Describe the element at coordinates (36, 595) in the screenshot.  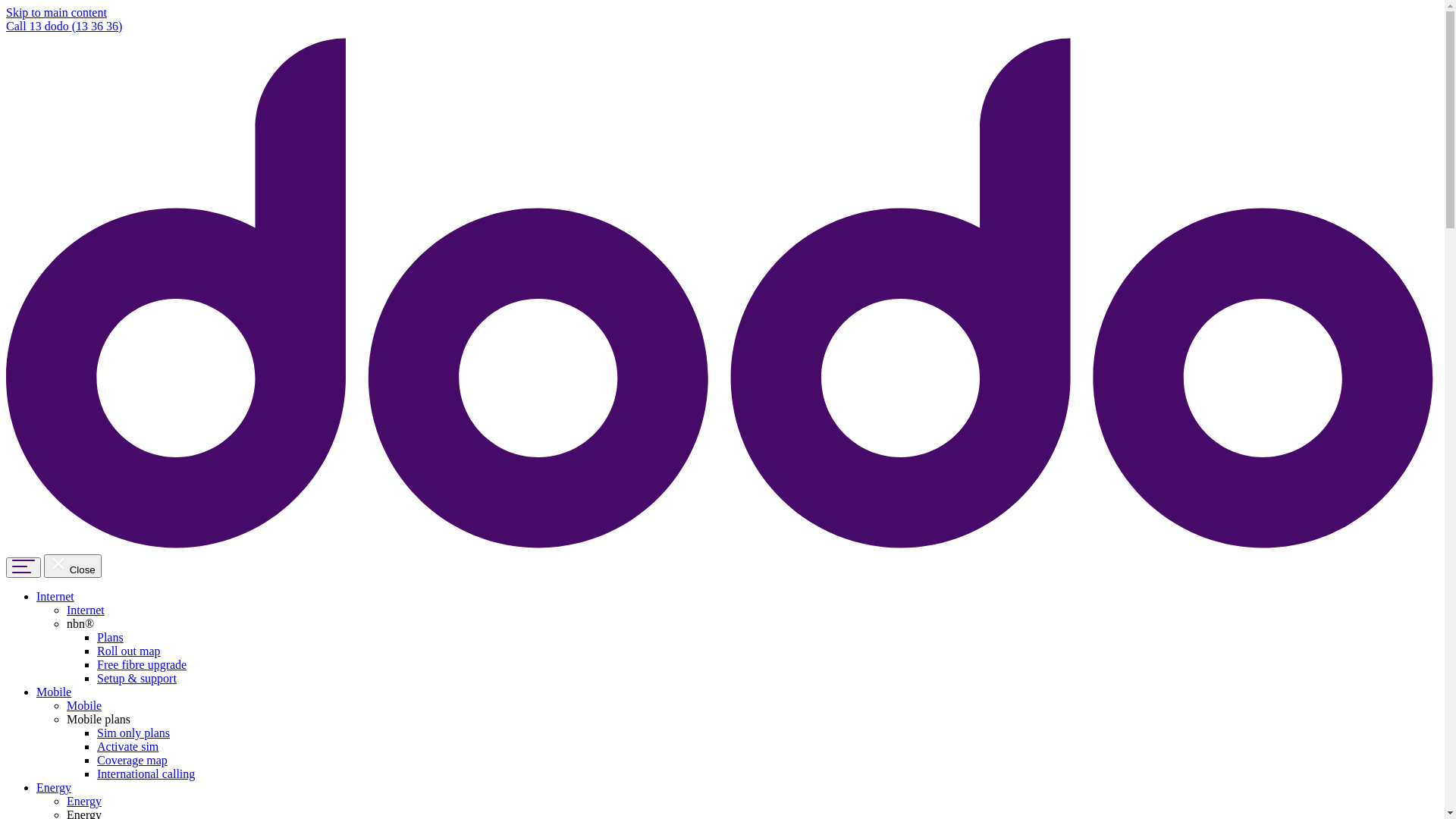
I see `'Internet'` at that location.